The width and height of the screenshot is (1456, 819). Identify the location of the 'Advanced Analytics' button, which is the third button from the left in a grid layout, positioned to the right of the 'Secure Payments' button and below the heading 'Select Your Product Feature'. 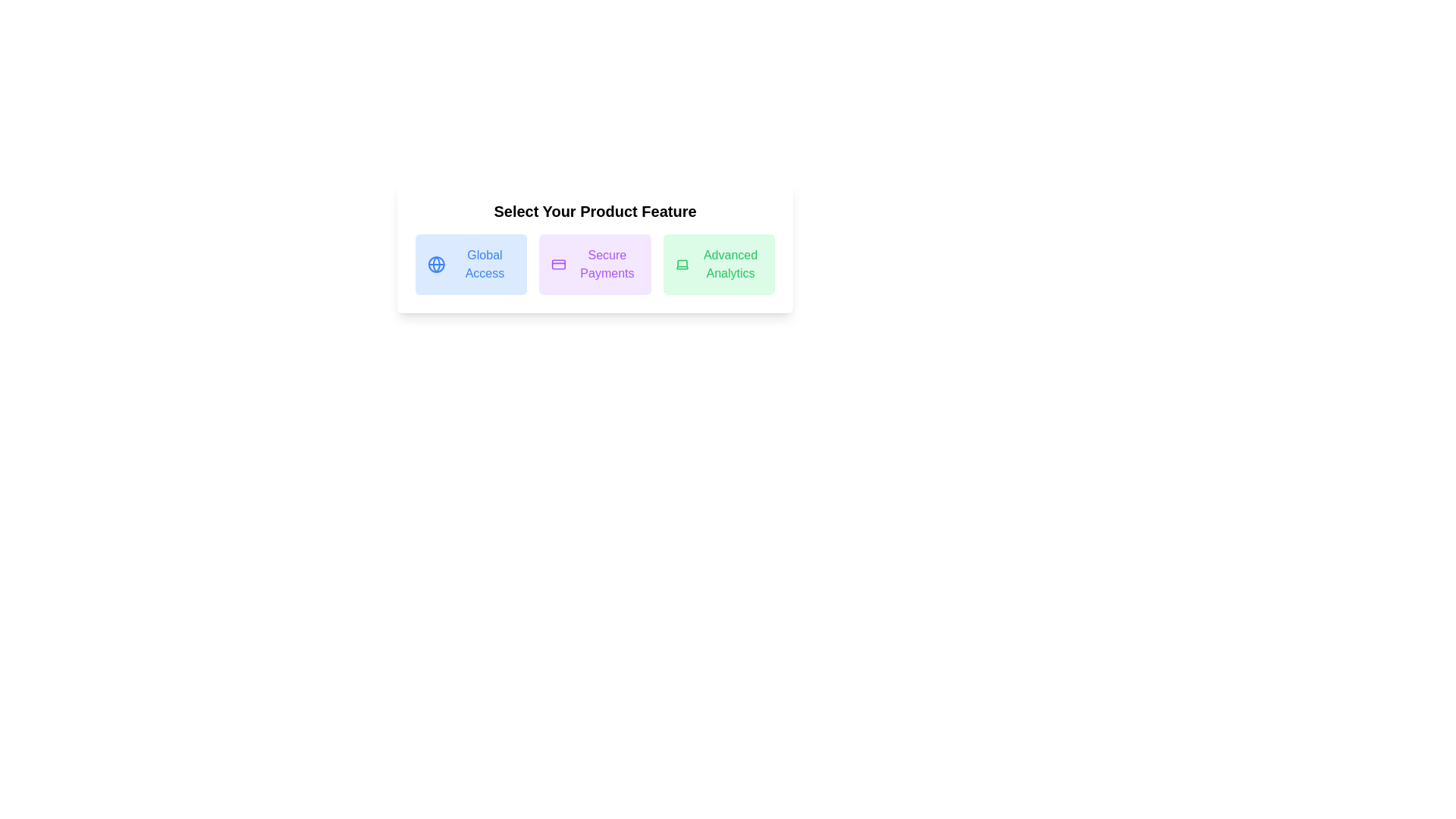
(718, 263).